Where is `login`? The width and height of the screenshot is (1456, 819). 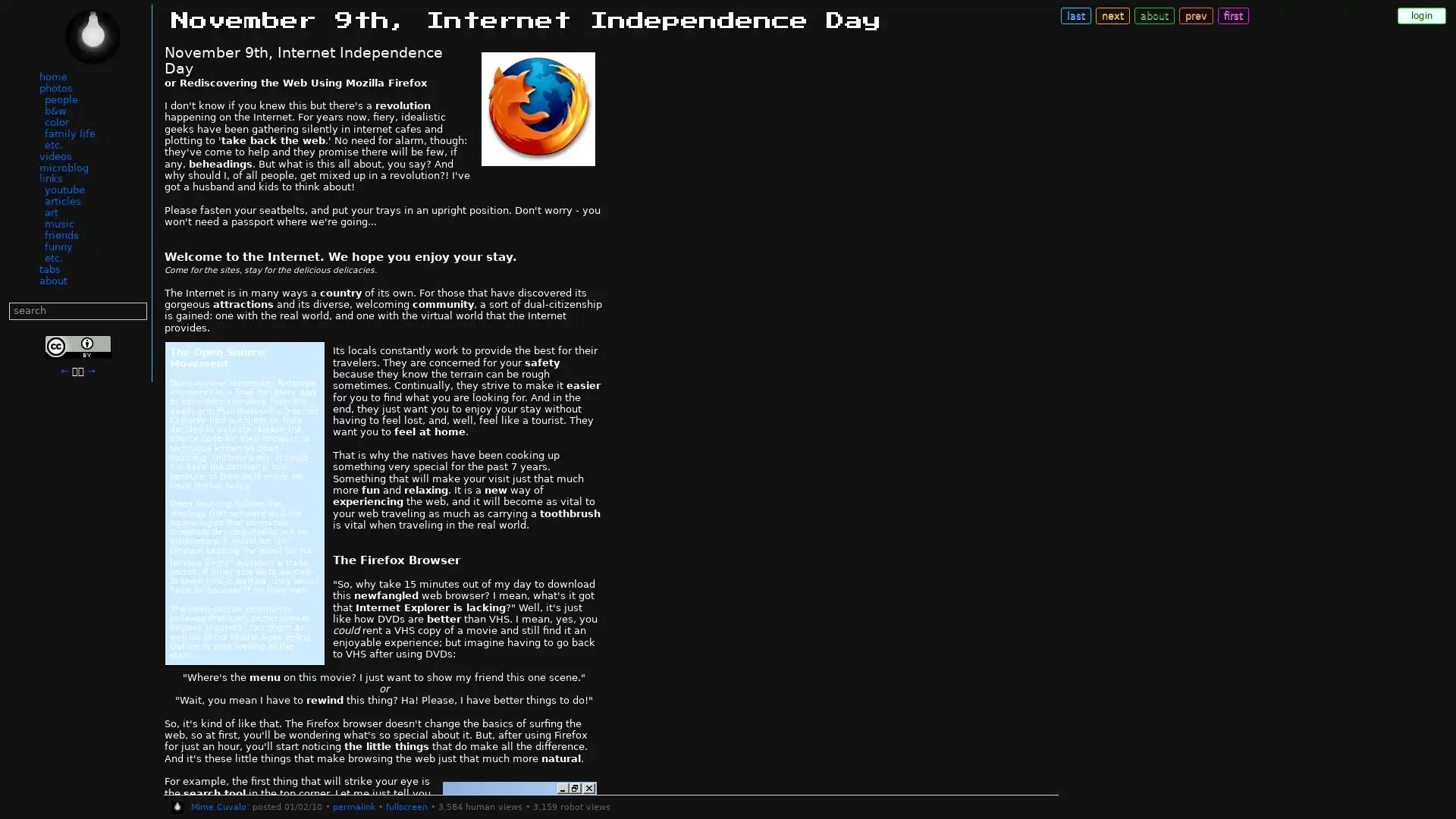 login is located at coordinates (1421, 15).